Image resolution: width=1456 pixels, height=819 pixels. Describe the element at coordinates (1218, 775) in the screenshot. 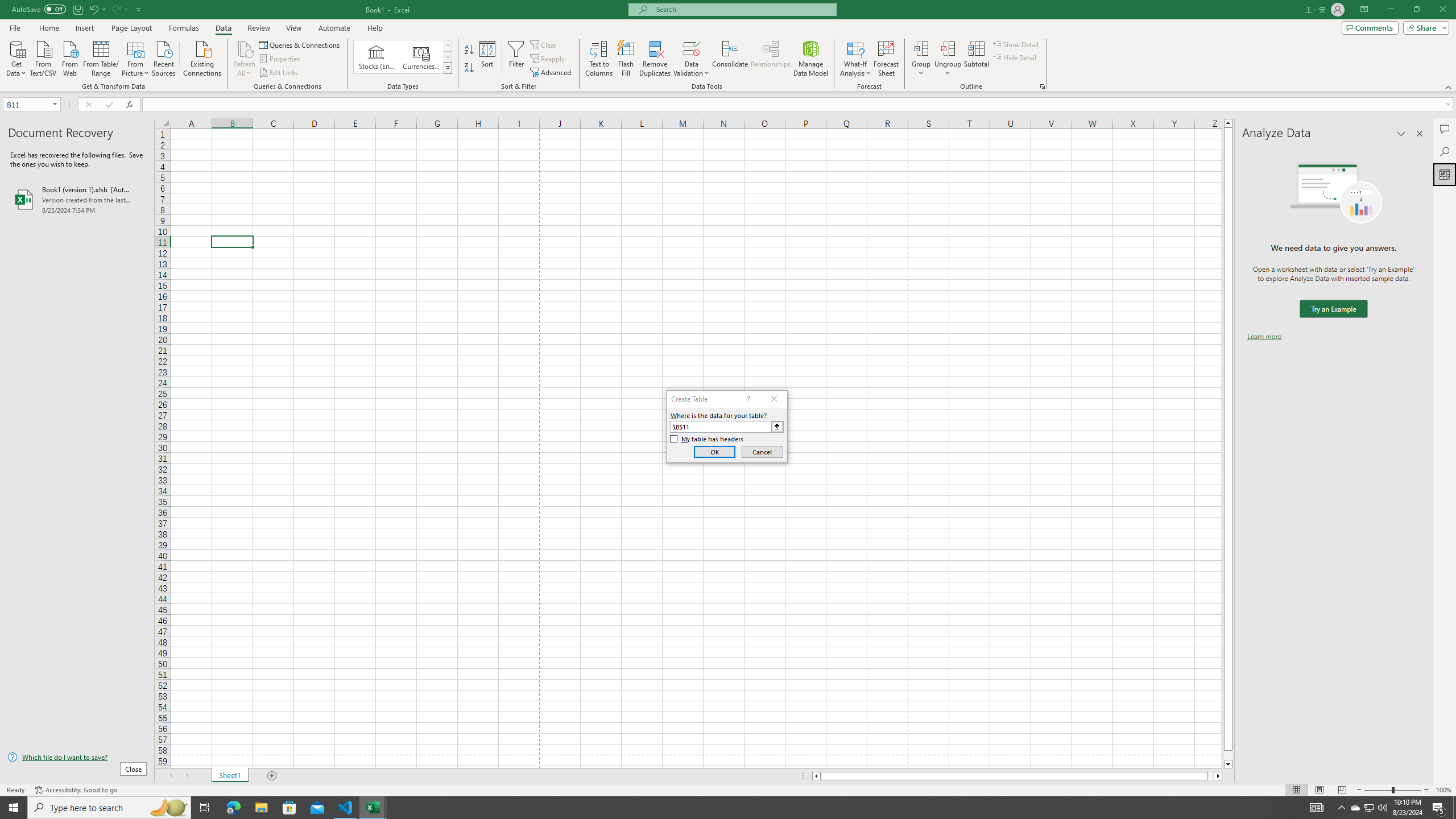

I see `'Column right'` at that location.